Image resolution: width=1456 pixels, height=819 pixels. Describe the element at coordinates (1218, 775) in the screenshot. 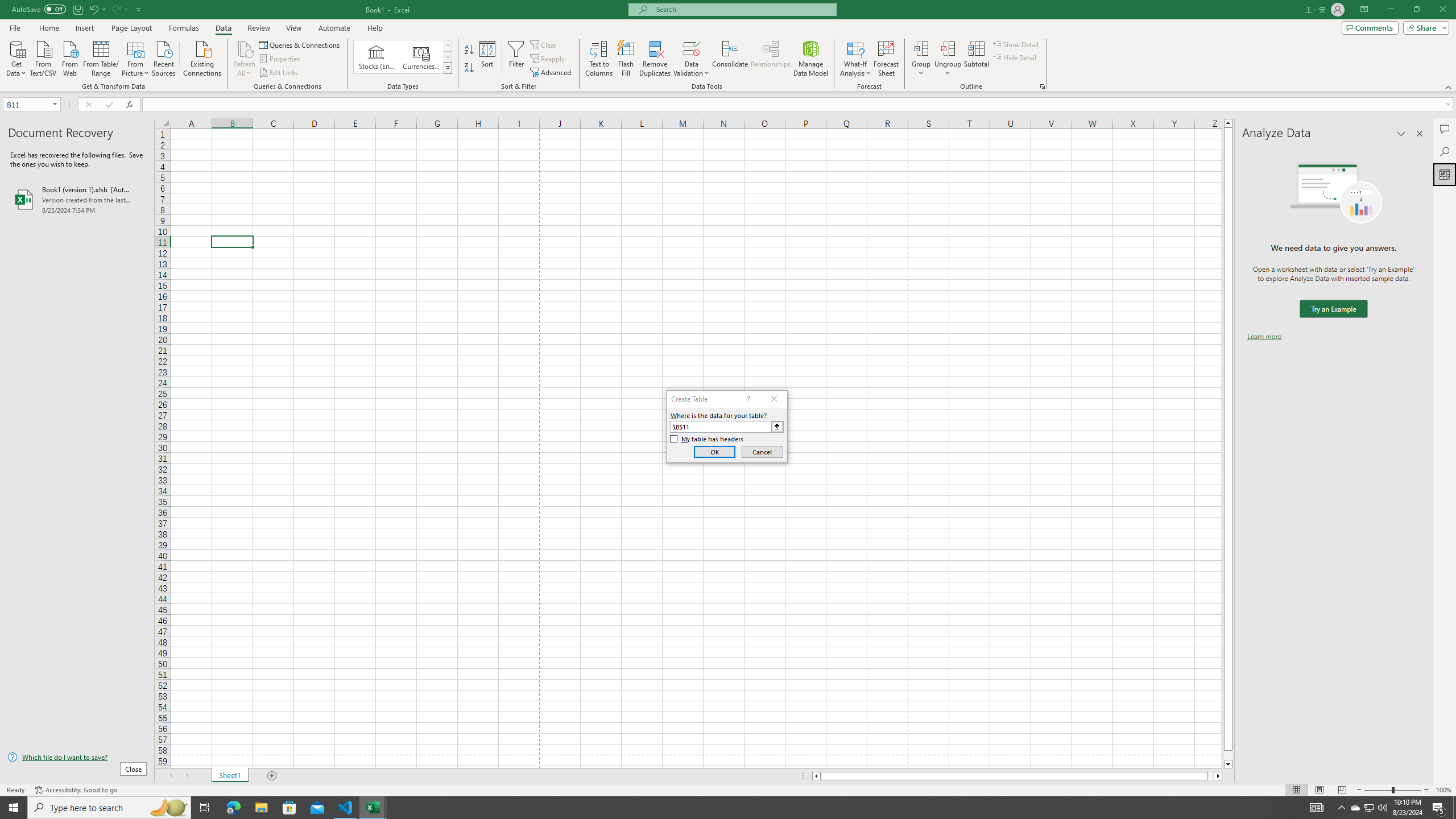

I see `'Column right'` at that location.